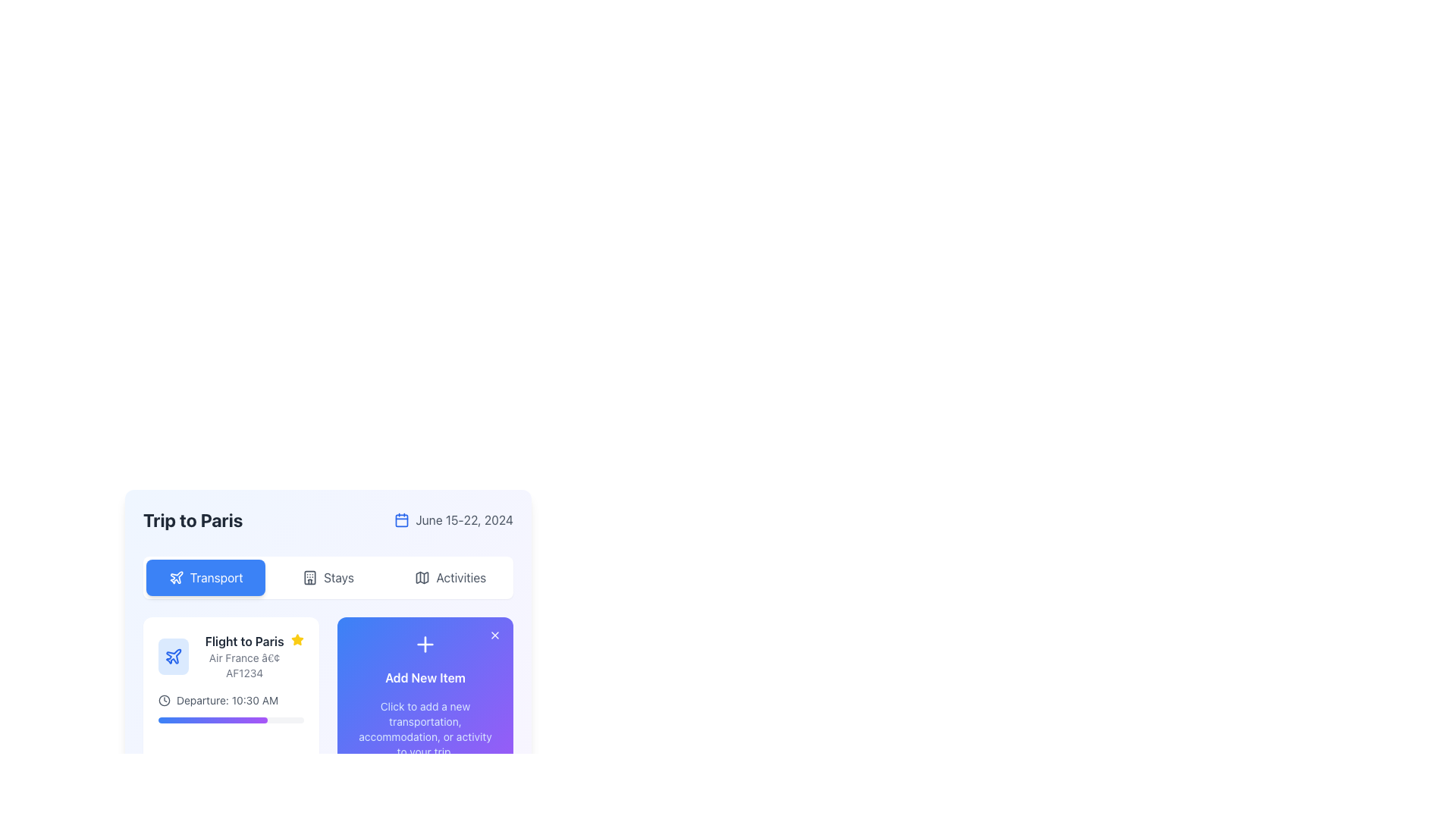 The image size is (1456, 819). I want to click on the star icon in the top-right corner of the 'Flight to Paris' card, so click(297, 639).